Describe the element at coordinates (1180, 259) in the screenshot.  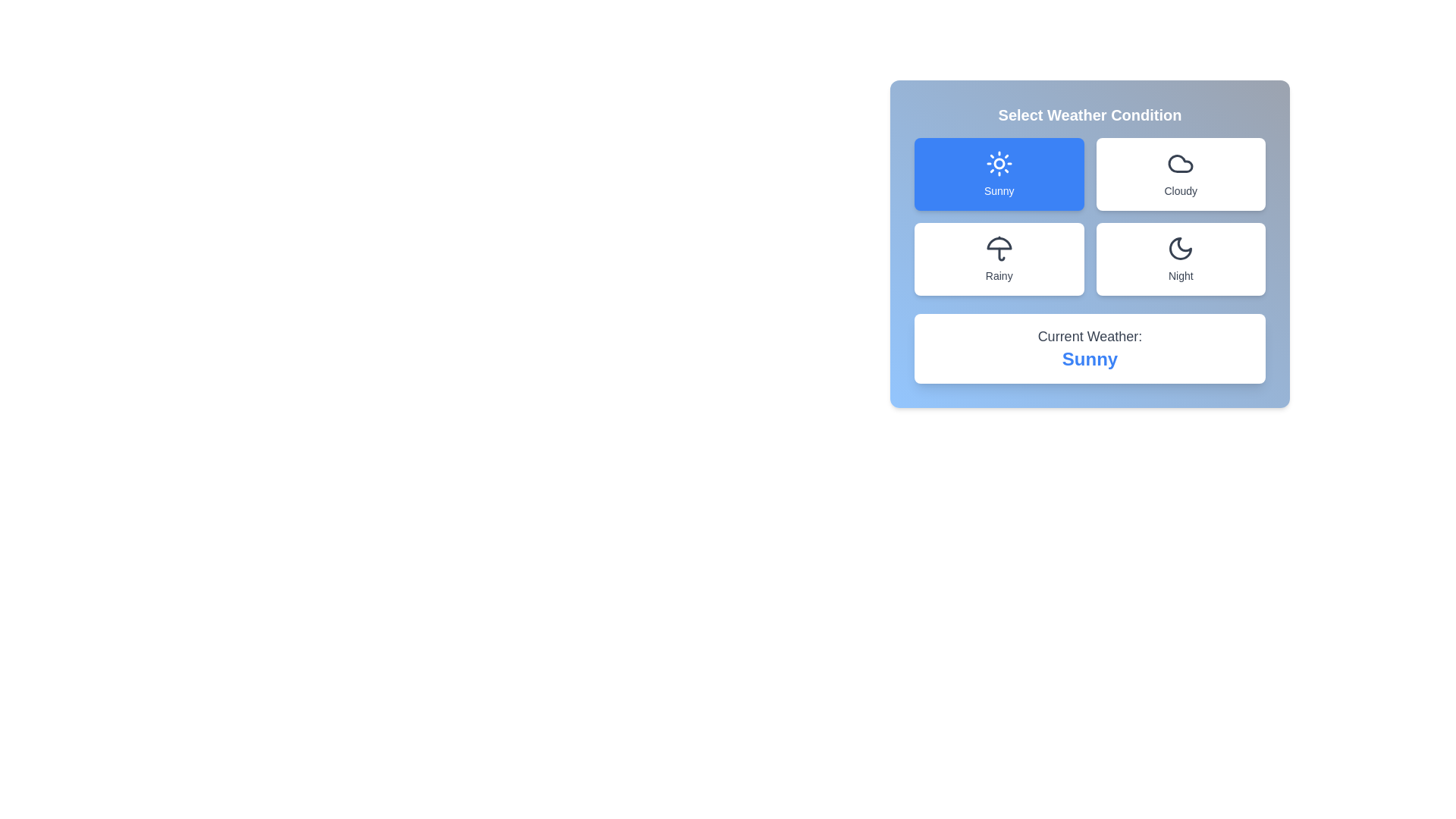
I see `the weather condition Night by clicking the corresponding button` at that location.